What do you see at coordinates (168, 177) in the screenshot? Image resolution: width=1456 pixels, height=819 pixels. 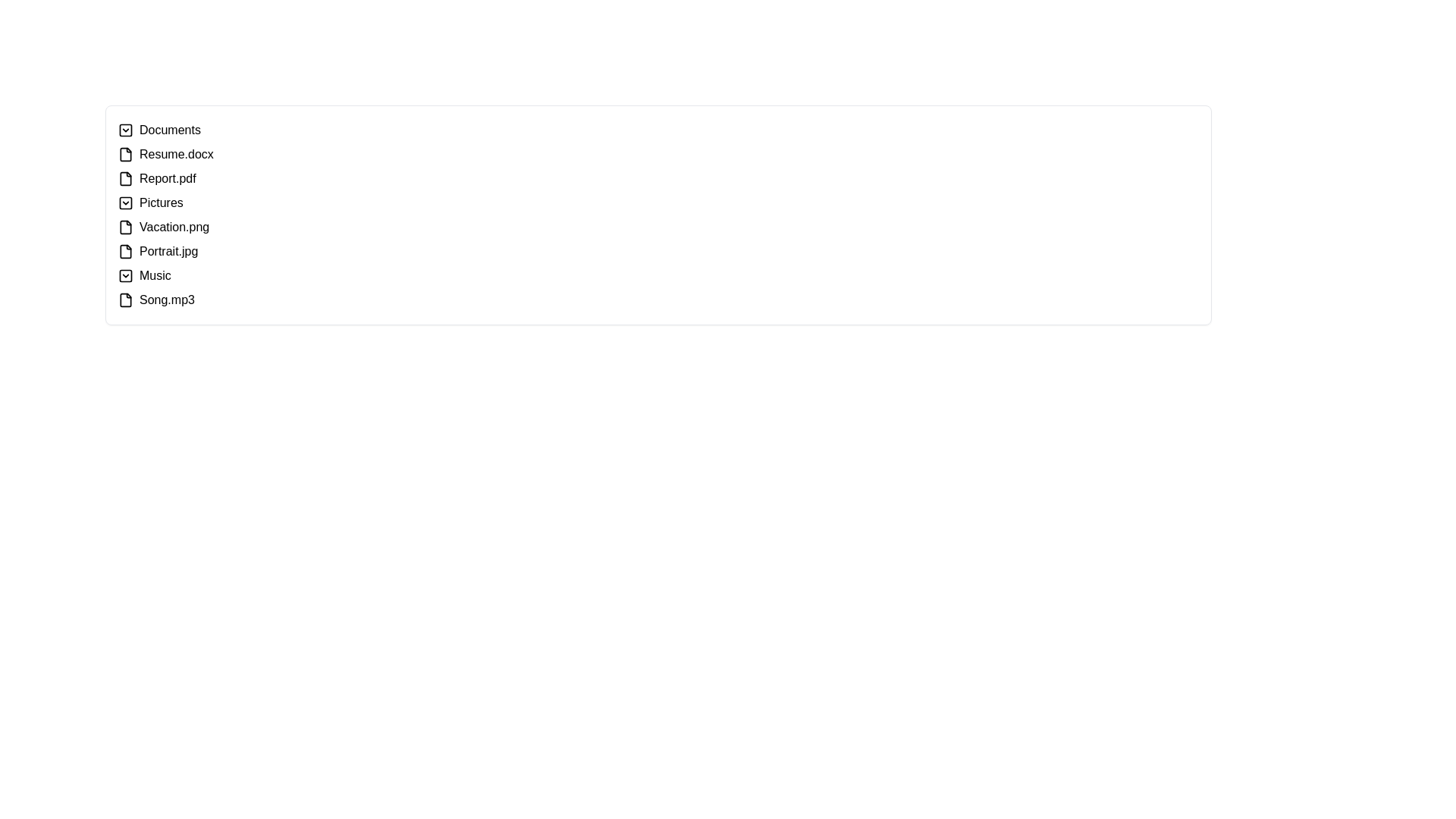 I see `the 'Report.pdf' text label located` at bounding box center [168, 177].